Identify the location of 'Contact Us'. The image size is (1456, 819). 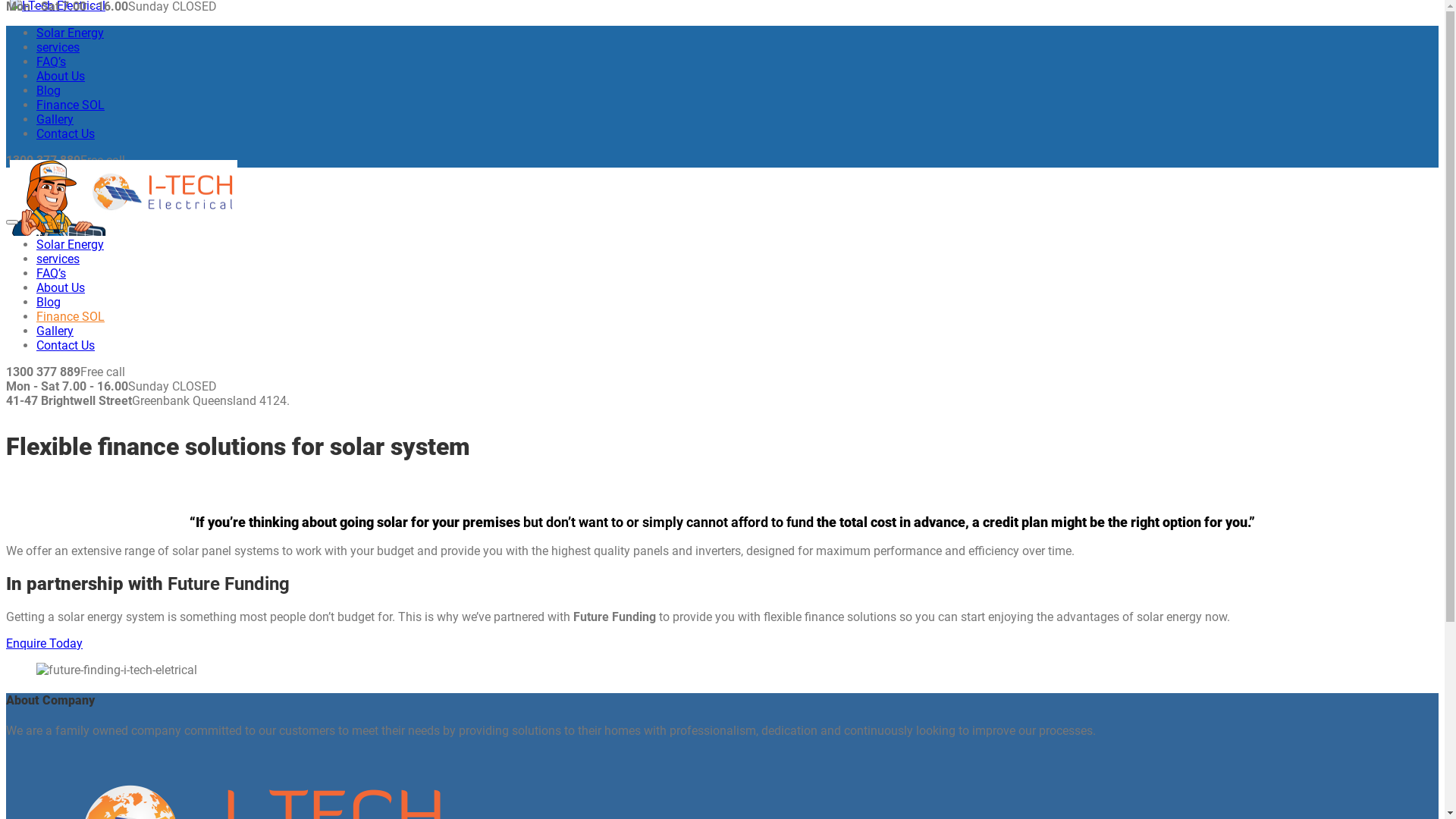
(36, 133).